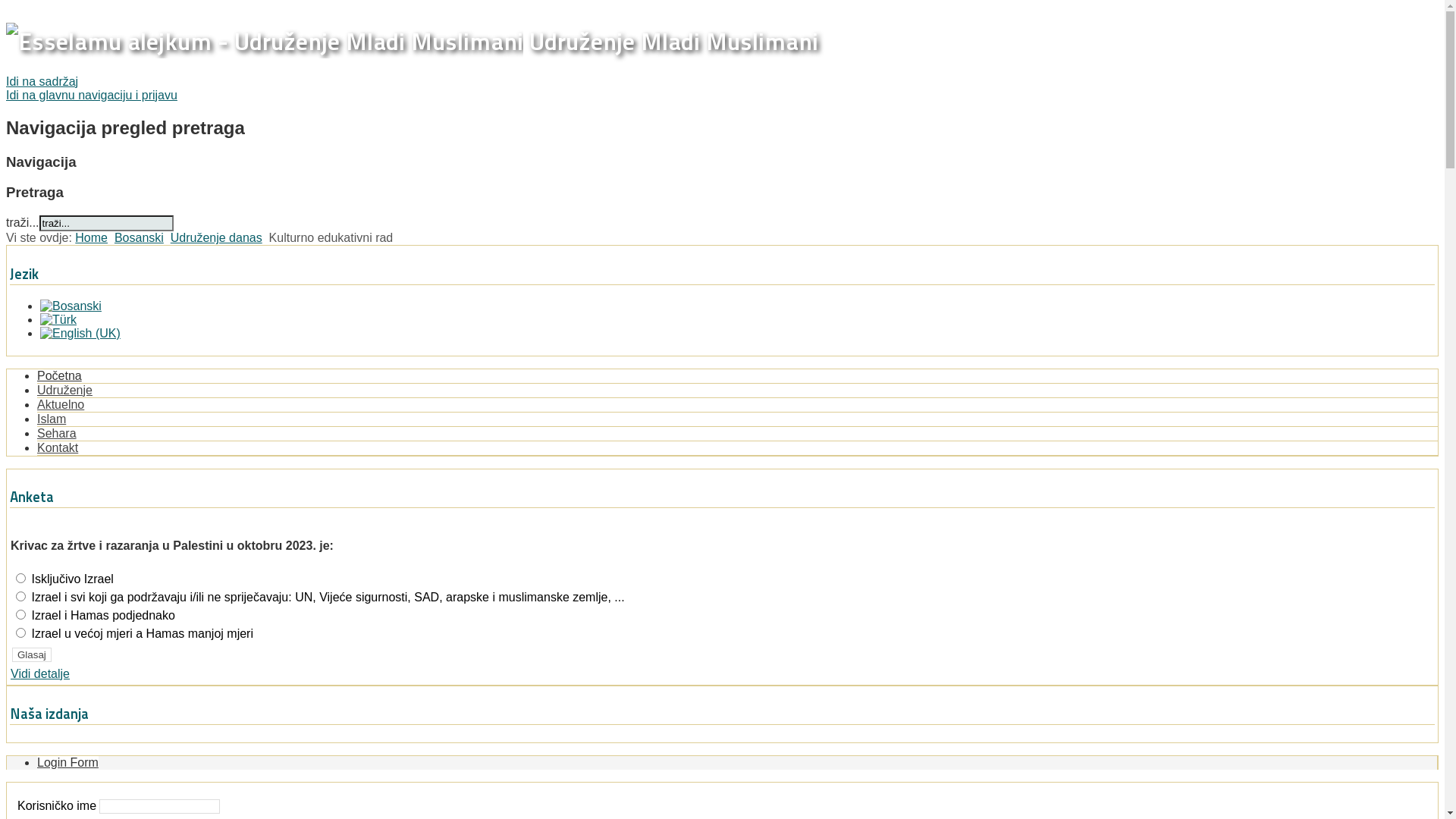 The height and width of the screenshot is (819, 1456). I want to click on 'Islam', so click(36, 419).